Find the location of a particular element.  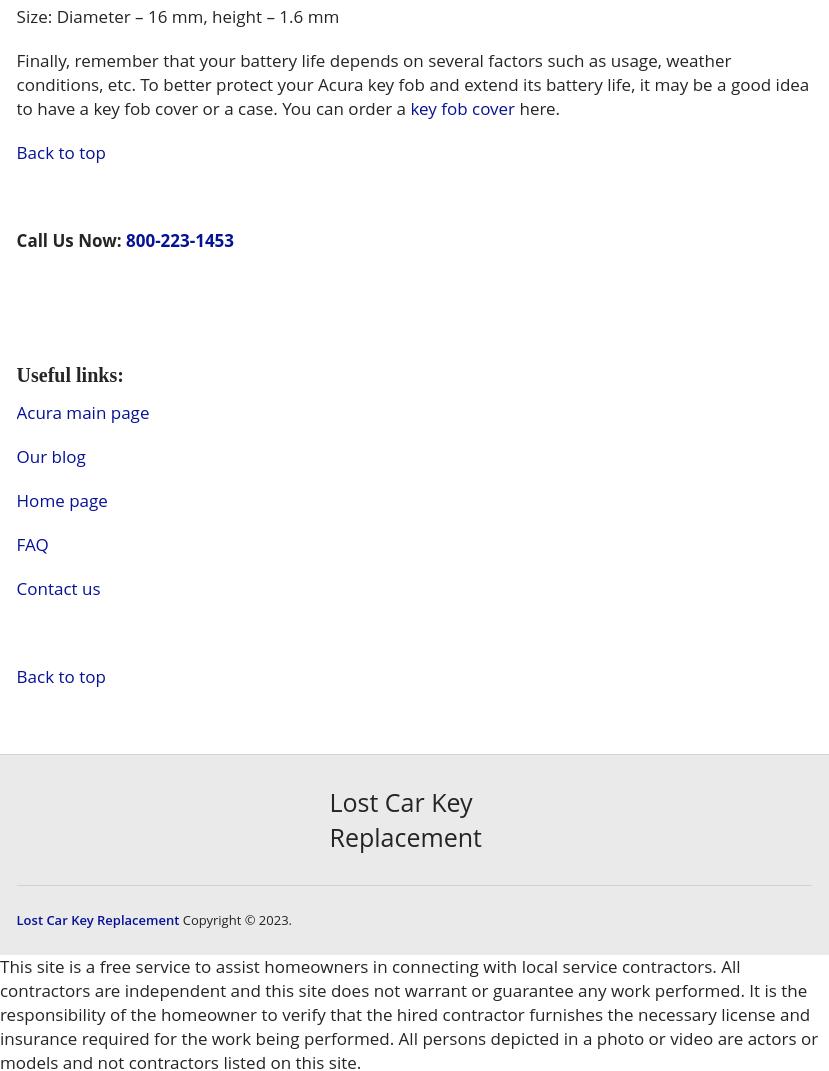

'Size: Diameter – 16 mm, height – 1.6 mm' is located at coordinates (15, 14).